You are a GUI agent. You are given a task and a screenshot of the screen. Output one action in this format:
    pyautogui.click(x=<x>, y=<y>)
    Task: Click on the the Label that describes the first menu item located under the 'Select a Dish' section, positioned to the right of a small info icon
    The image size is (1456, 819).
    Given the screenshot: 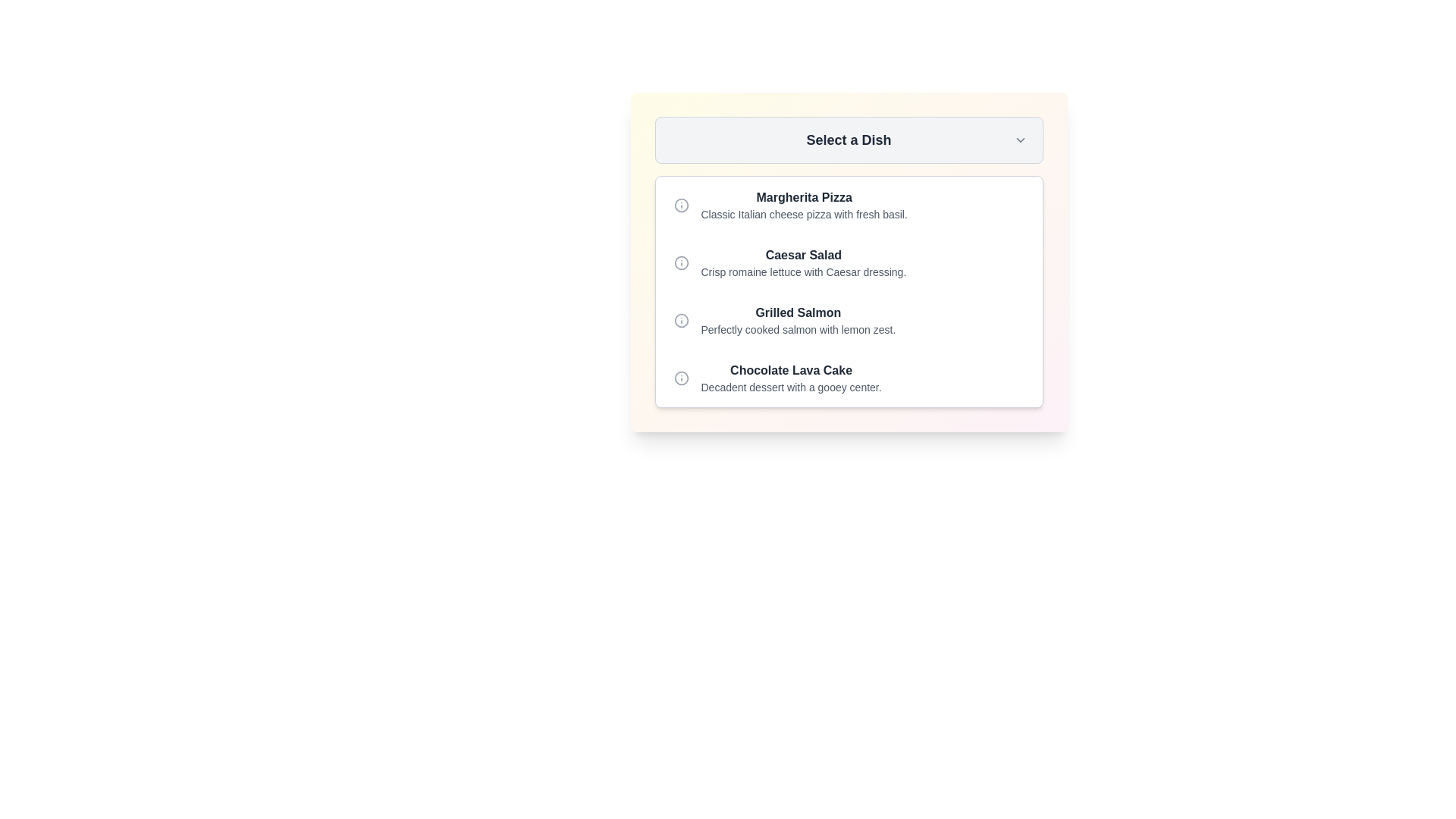 What is the action you would take?
    pyautogui.click(x=803, y=205)
    